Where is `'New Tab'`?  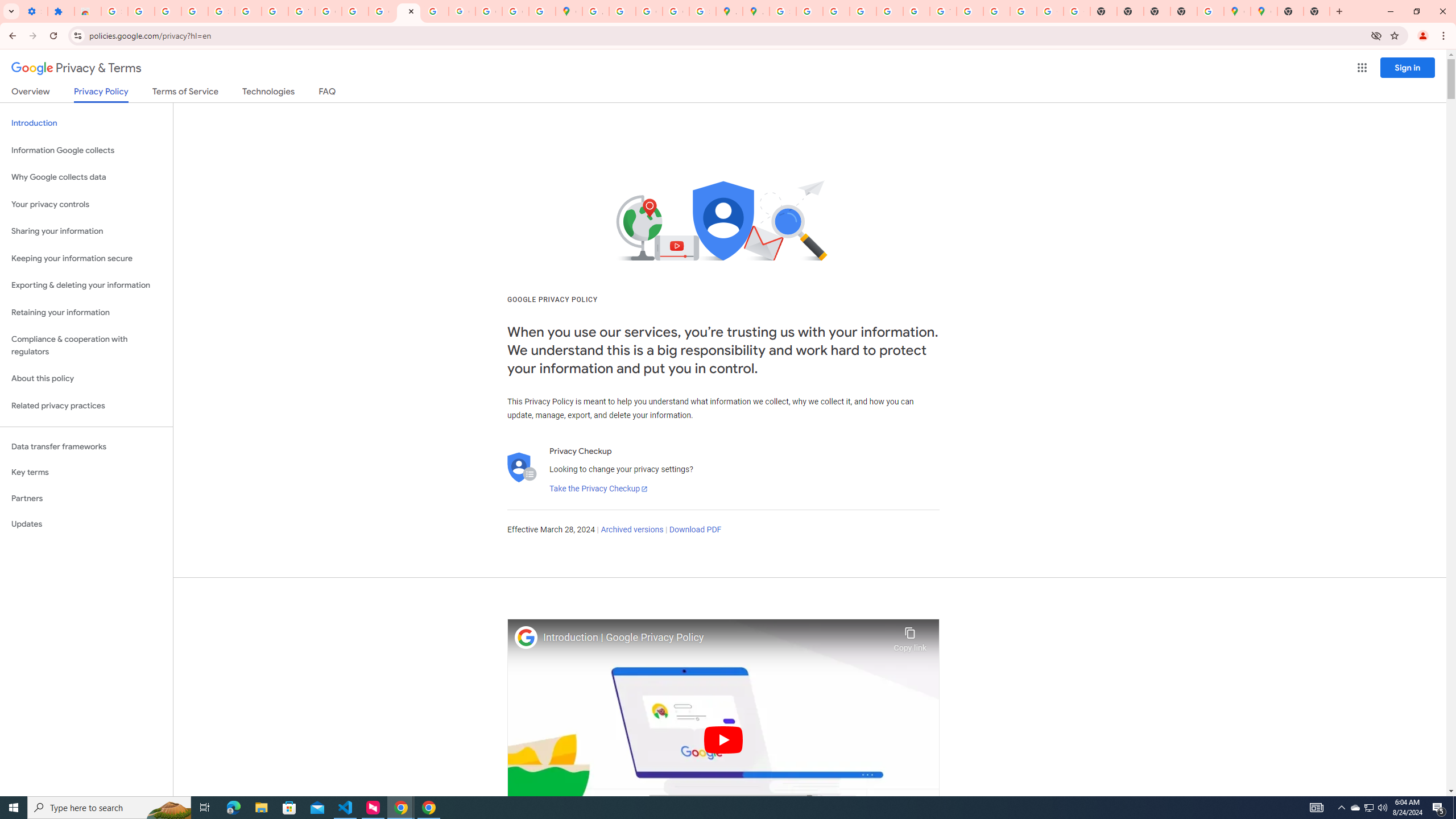
'New Tab' is located at coordinates (1317, 11).